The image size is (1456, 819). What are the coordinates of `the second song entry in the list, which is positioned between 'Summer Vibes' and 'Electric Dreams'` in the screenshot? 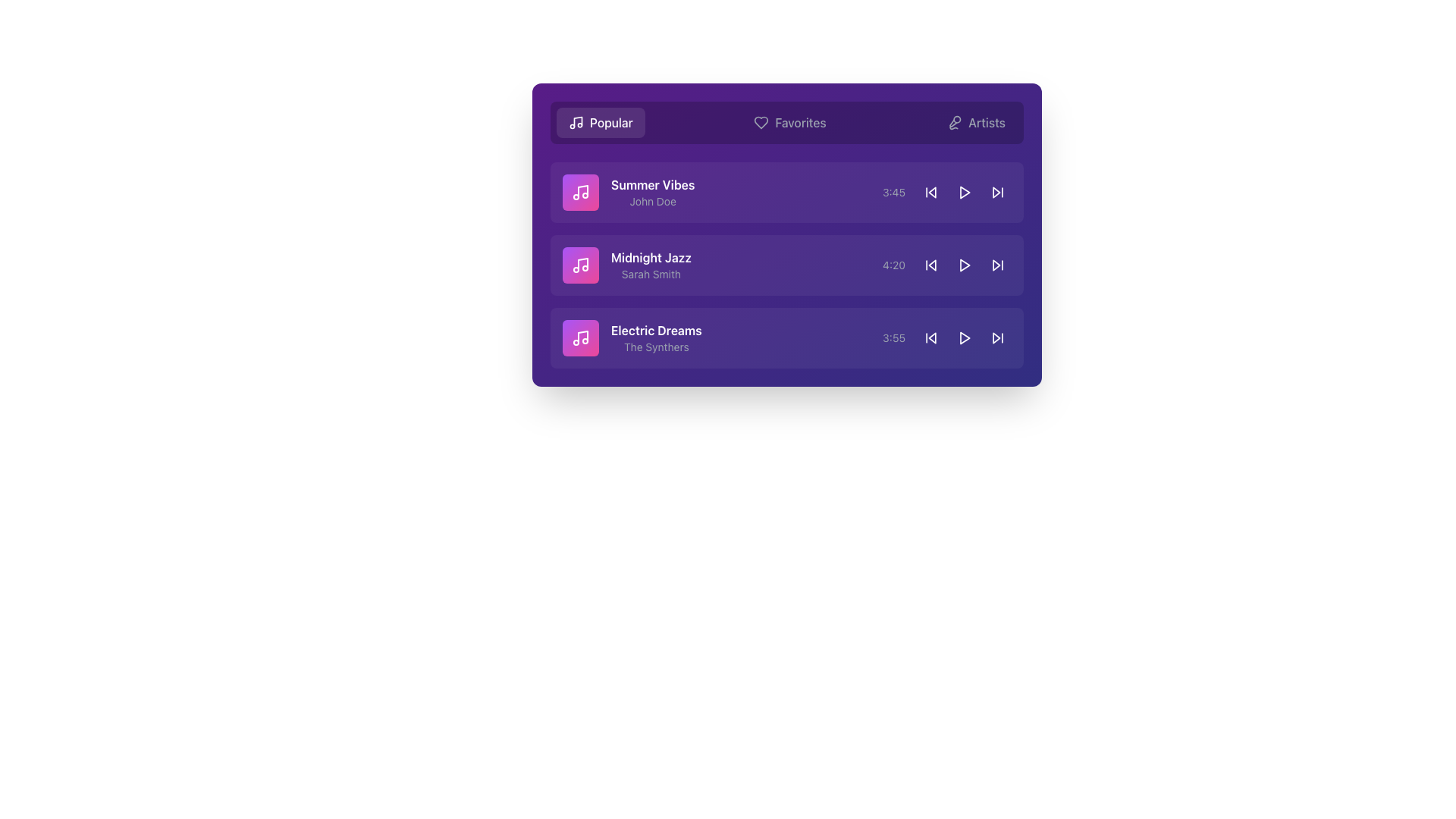 It's located at (786, 265).